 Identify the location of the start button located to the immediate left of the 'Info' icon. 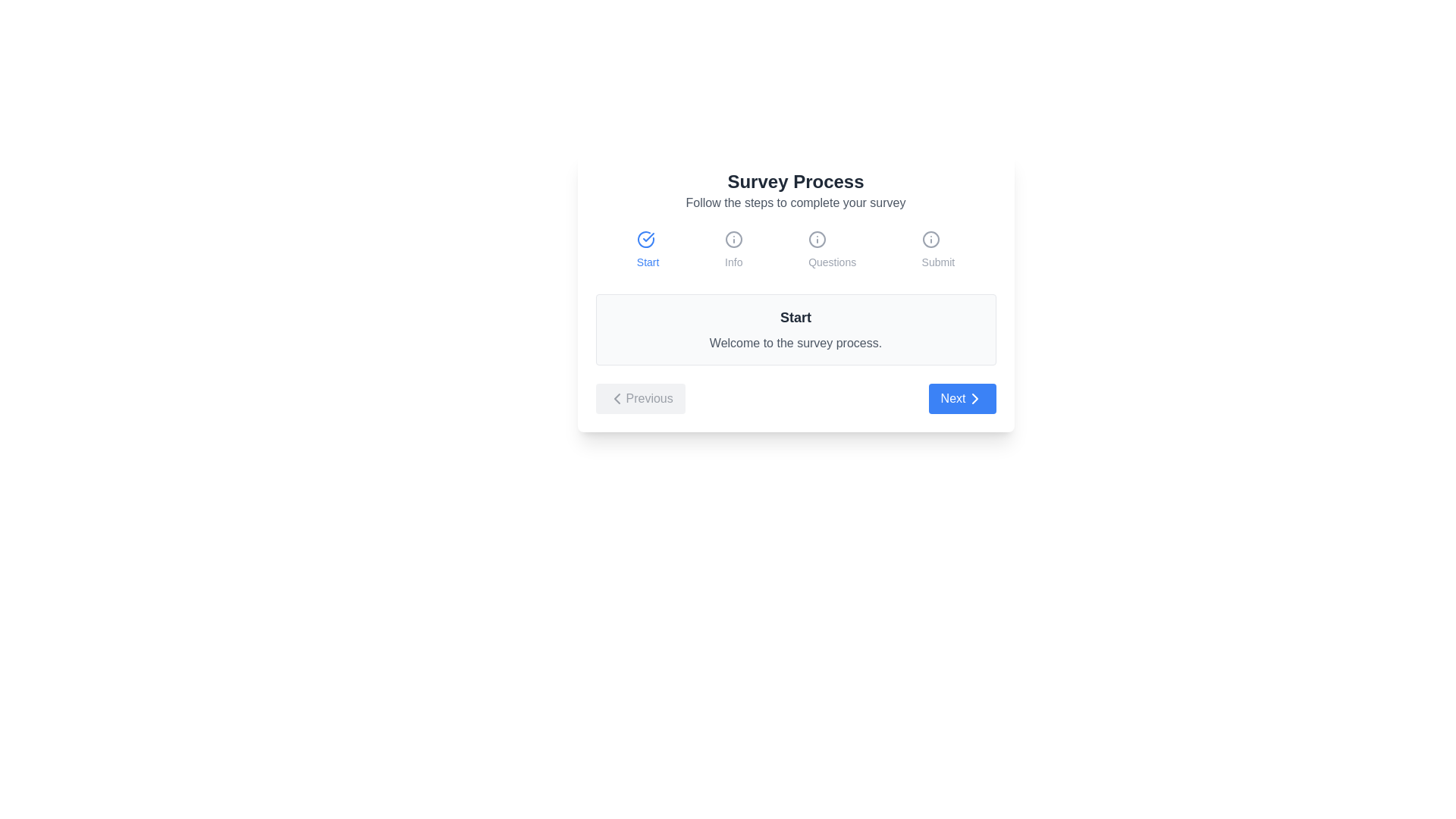
(648, 249).